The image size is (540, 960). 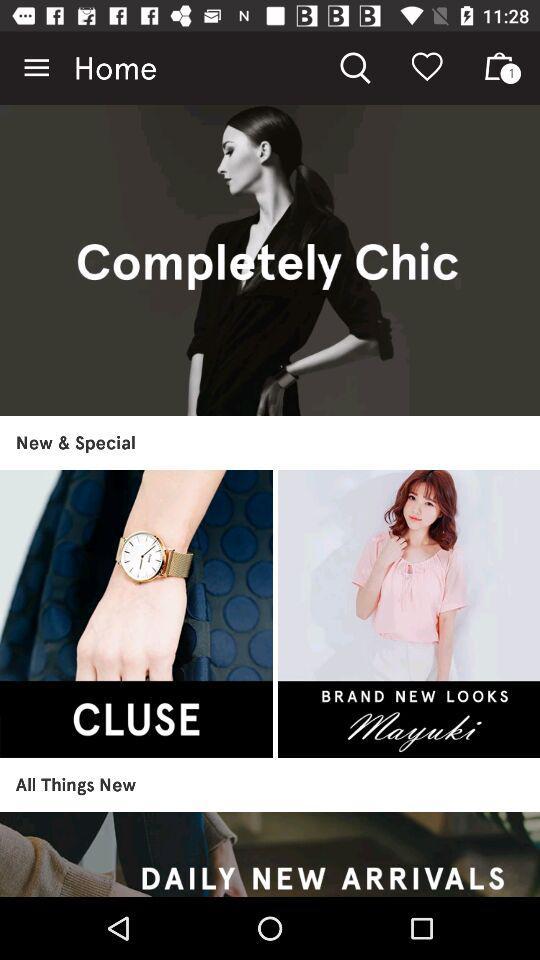 I want to click on the icon at the top left corner, so click(x=36, y=68).